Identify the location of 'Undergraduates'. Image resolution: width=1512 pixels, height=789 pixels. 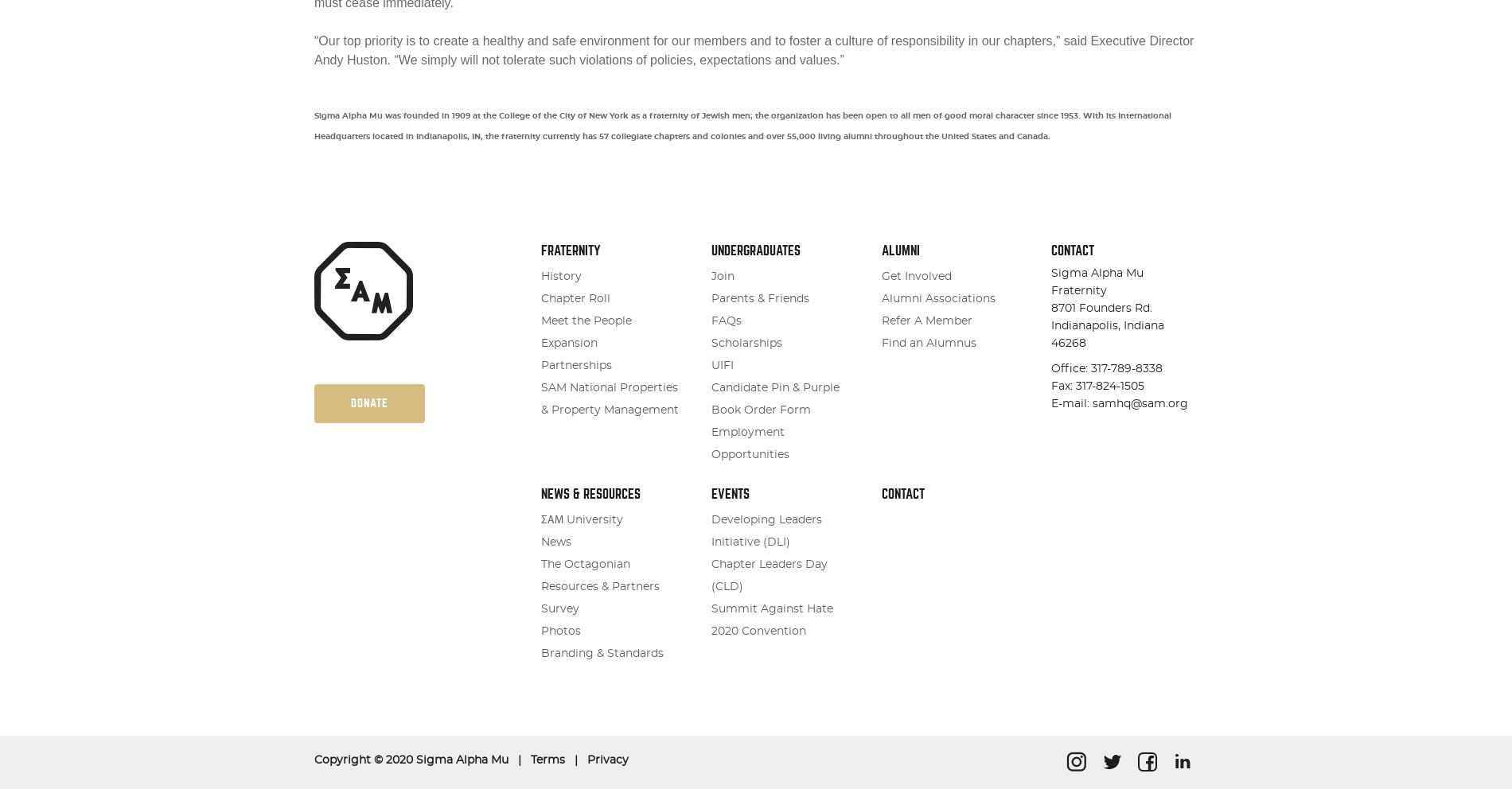
(754, 251).